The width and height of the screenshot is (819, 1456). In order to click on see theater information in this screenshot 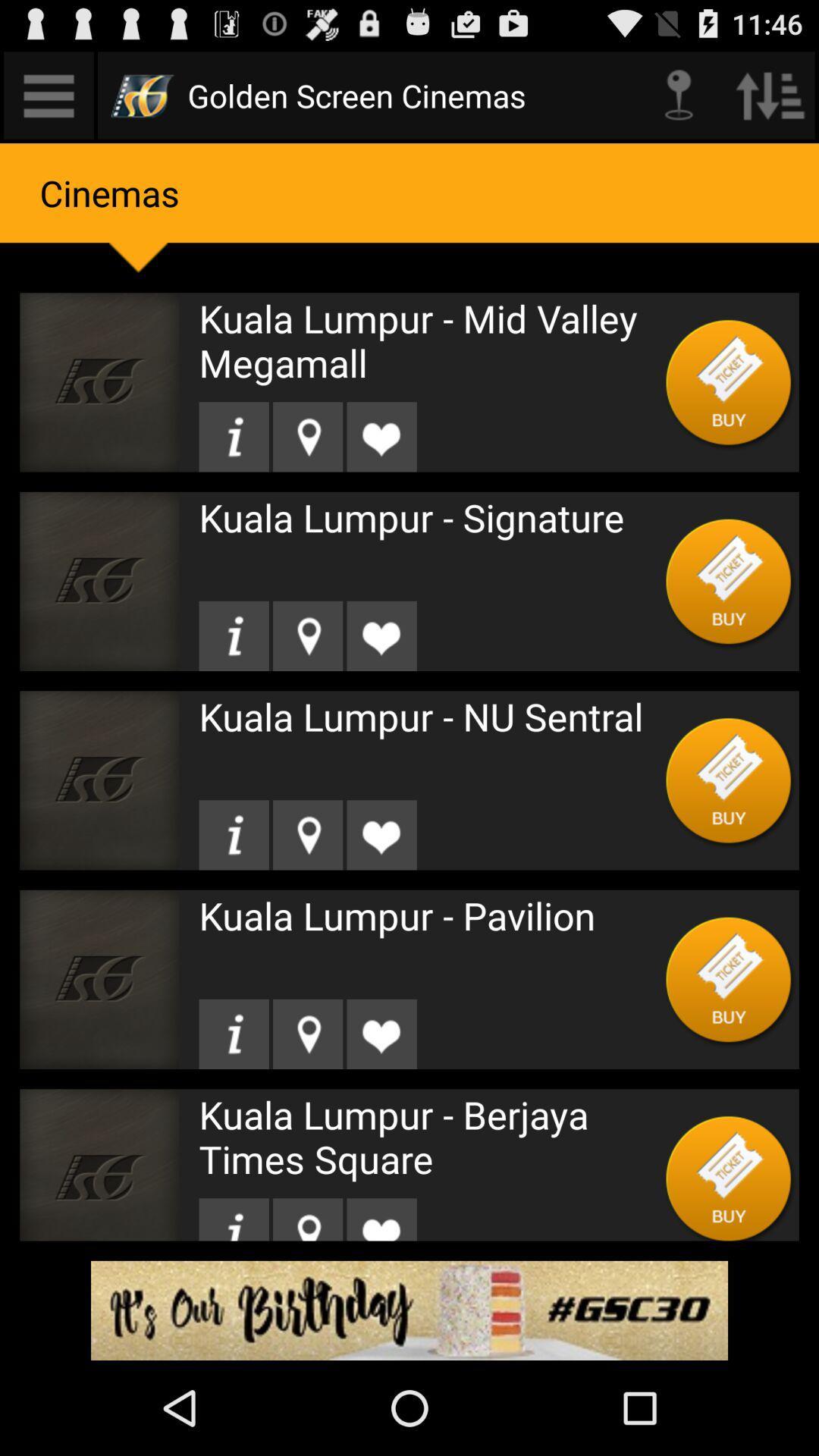, I will do `click(234, 635)`.